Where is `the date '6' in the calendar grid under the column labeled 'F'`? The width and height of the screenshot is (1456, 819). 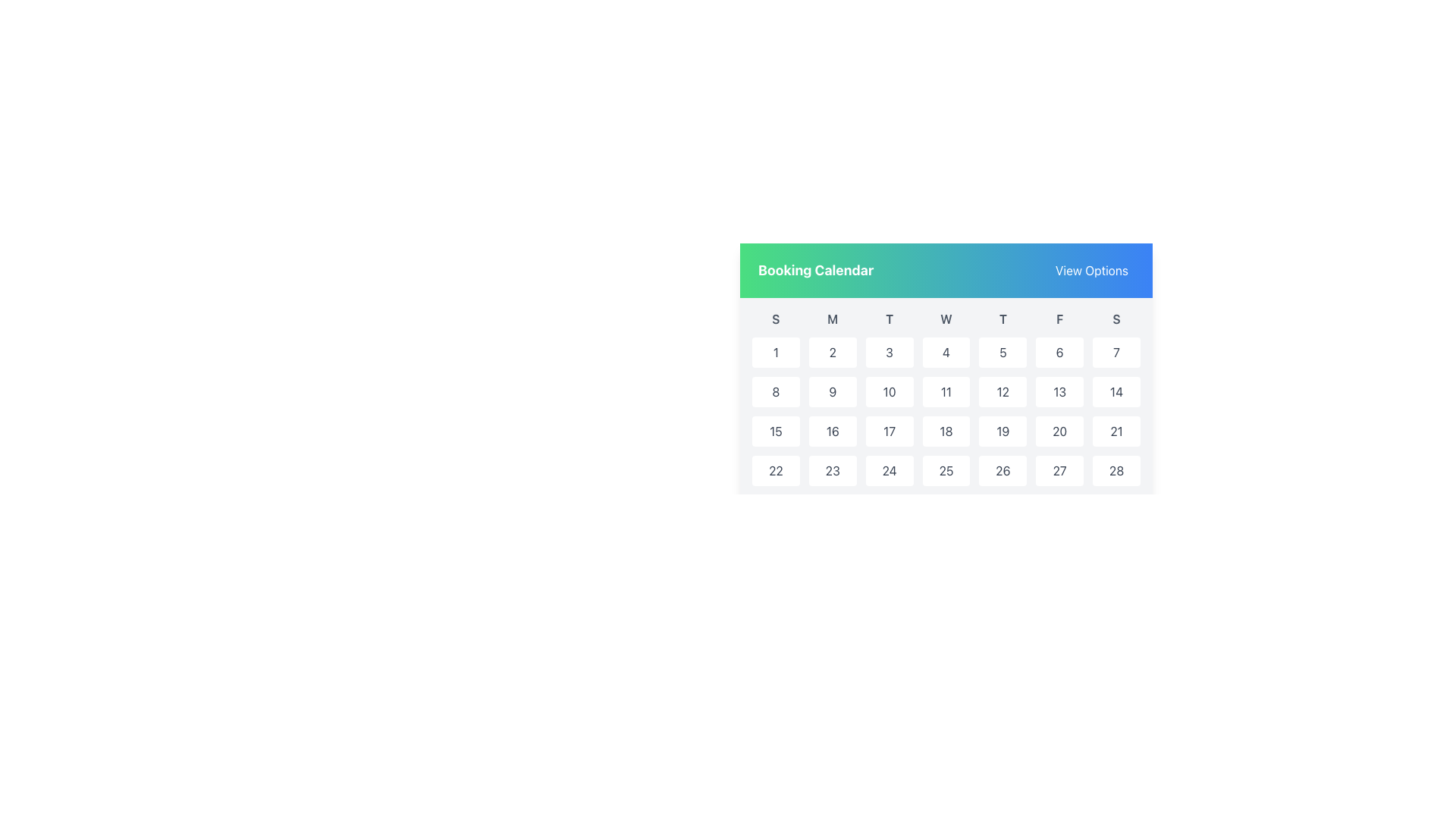 the date '6' in the calendar grid under the column labeled 'F' is located at coordinates (1059, 353).